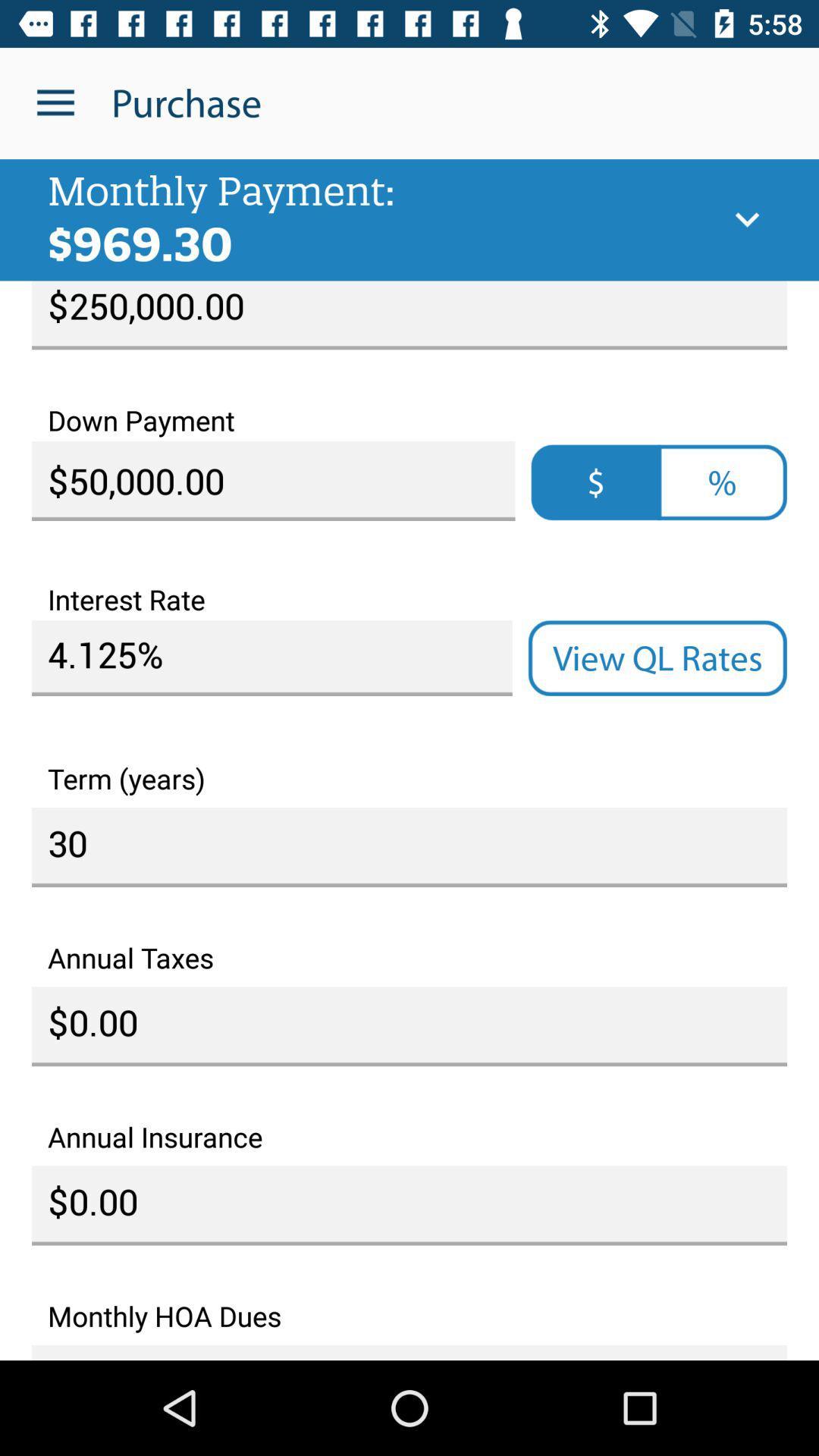  I want to click on item above the monthly payment: icon, so click(55, 102).